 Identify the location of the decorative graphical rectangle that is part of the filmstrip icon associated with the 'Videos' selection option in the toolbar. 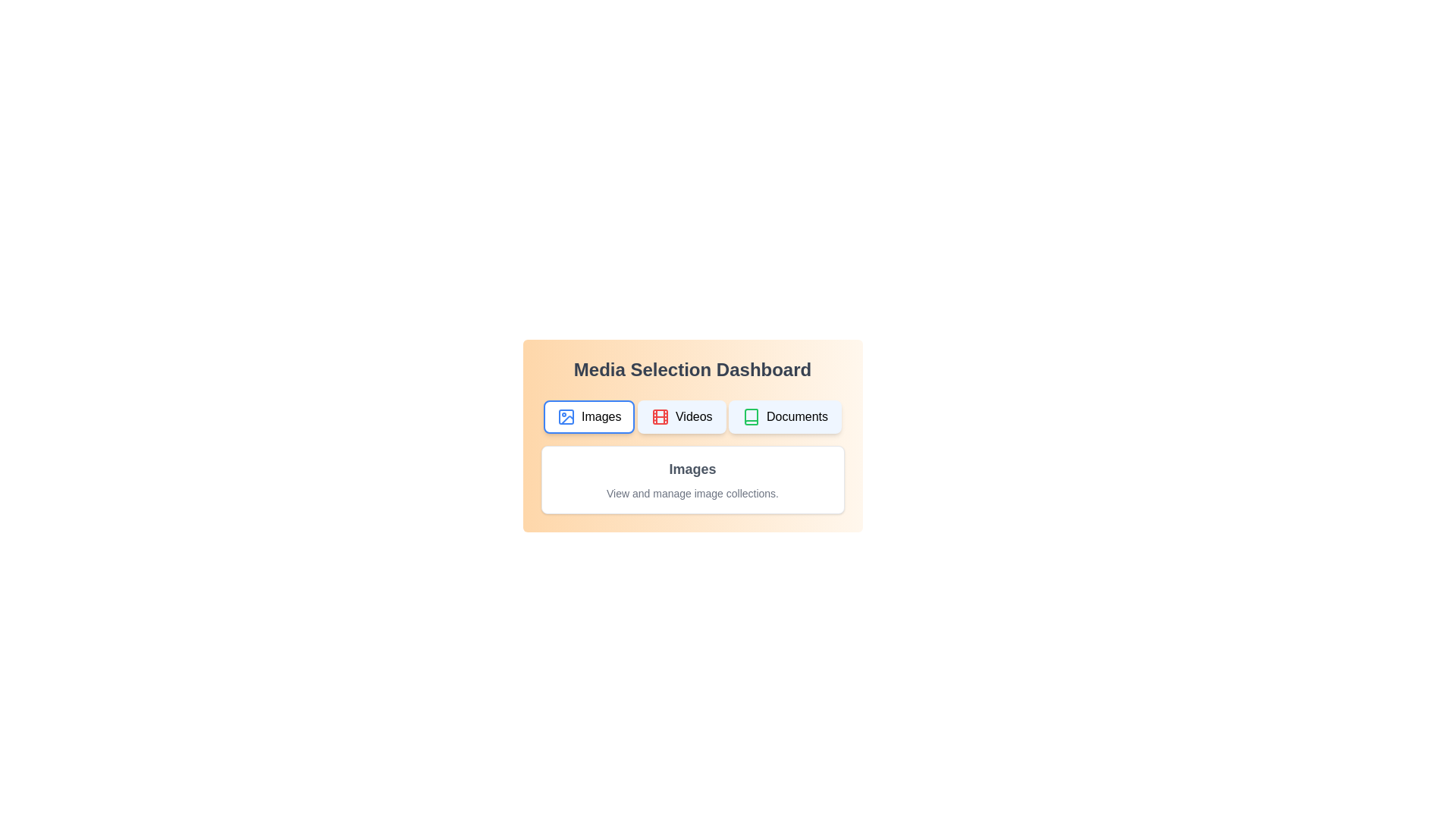
(660, 417).